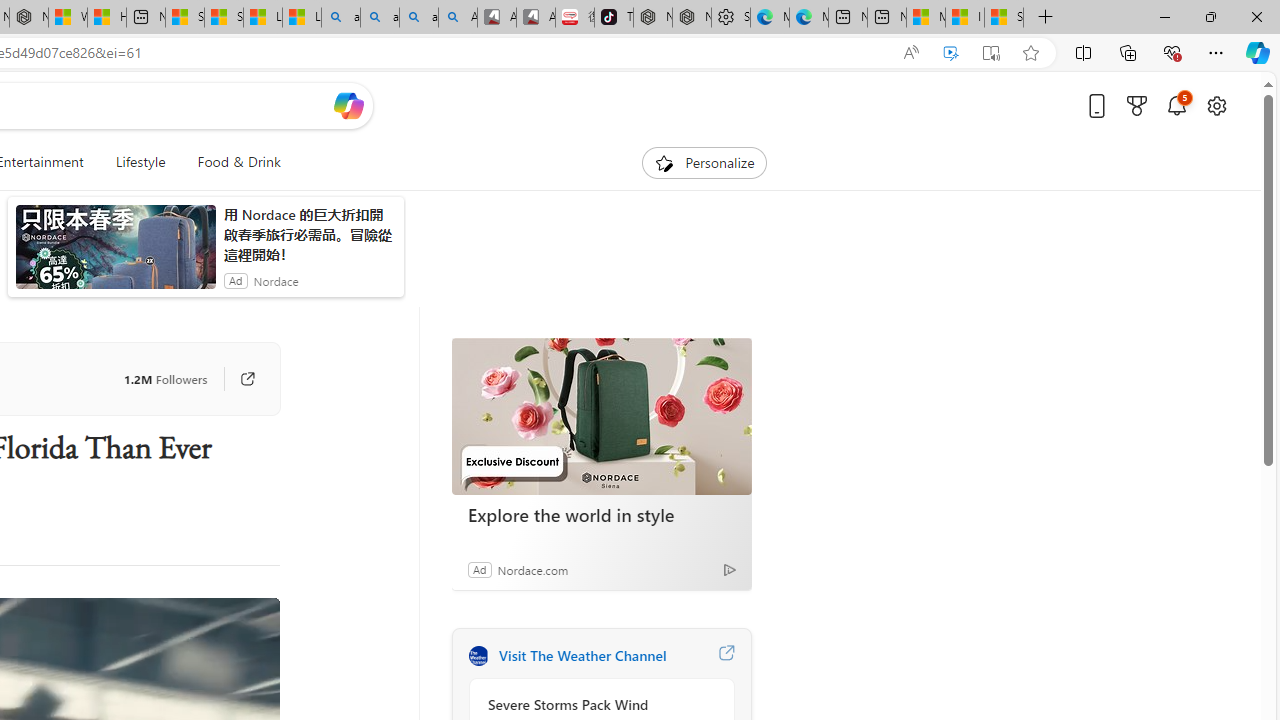  I want to click on 'Go to publisher', so click(246, 379).